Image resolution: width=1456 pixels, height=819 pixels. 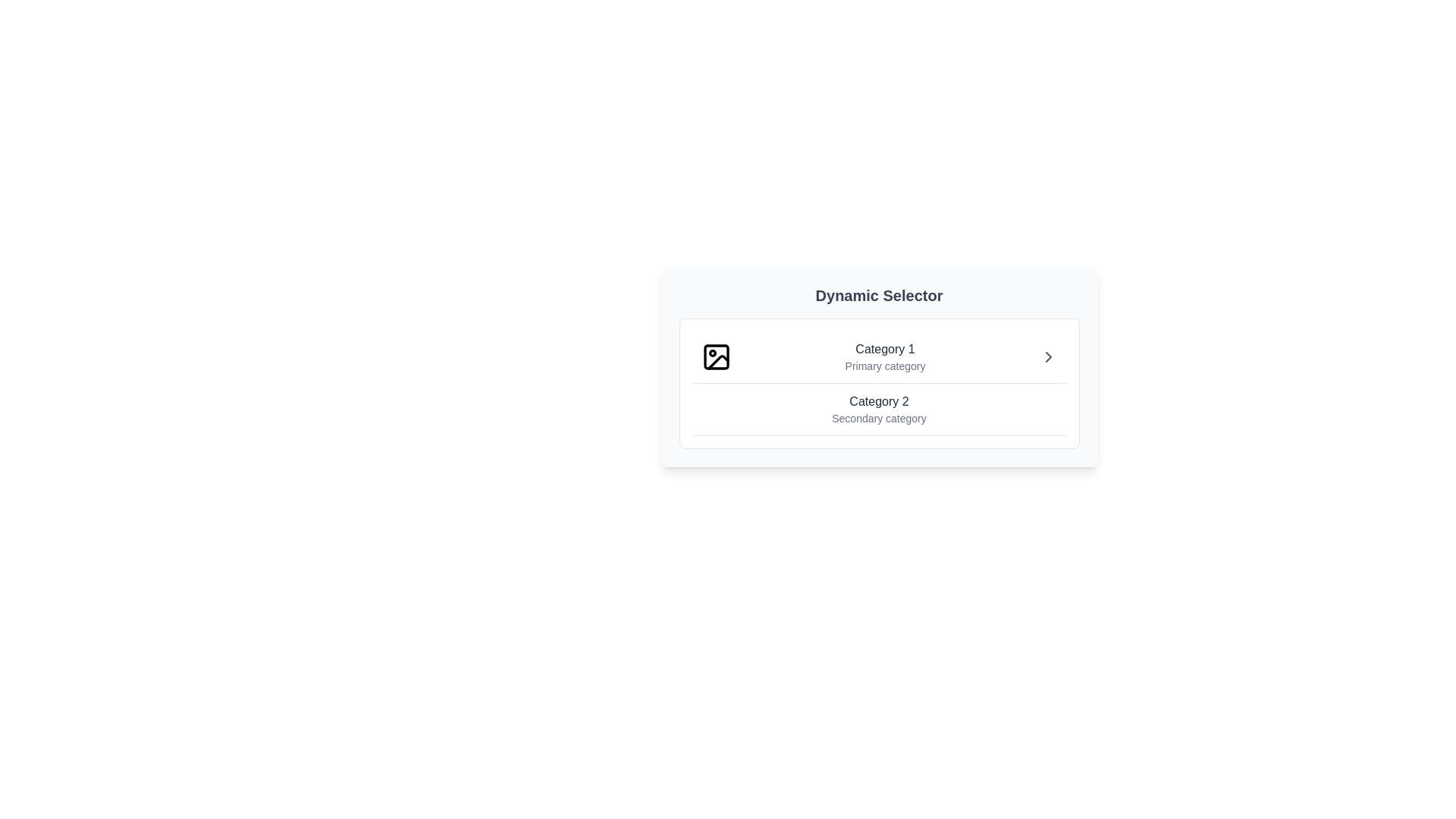 I want to click on the image icon representing 'Category 1', so click(x=715, y=356).